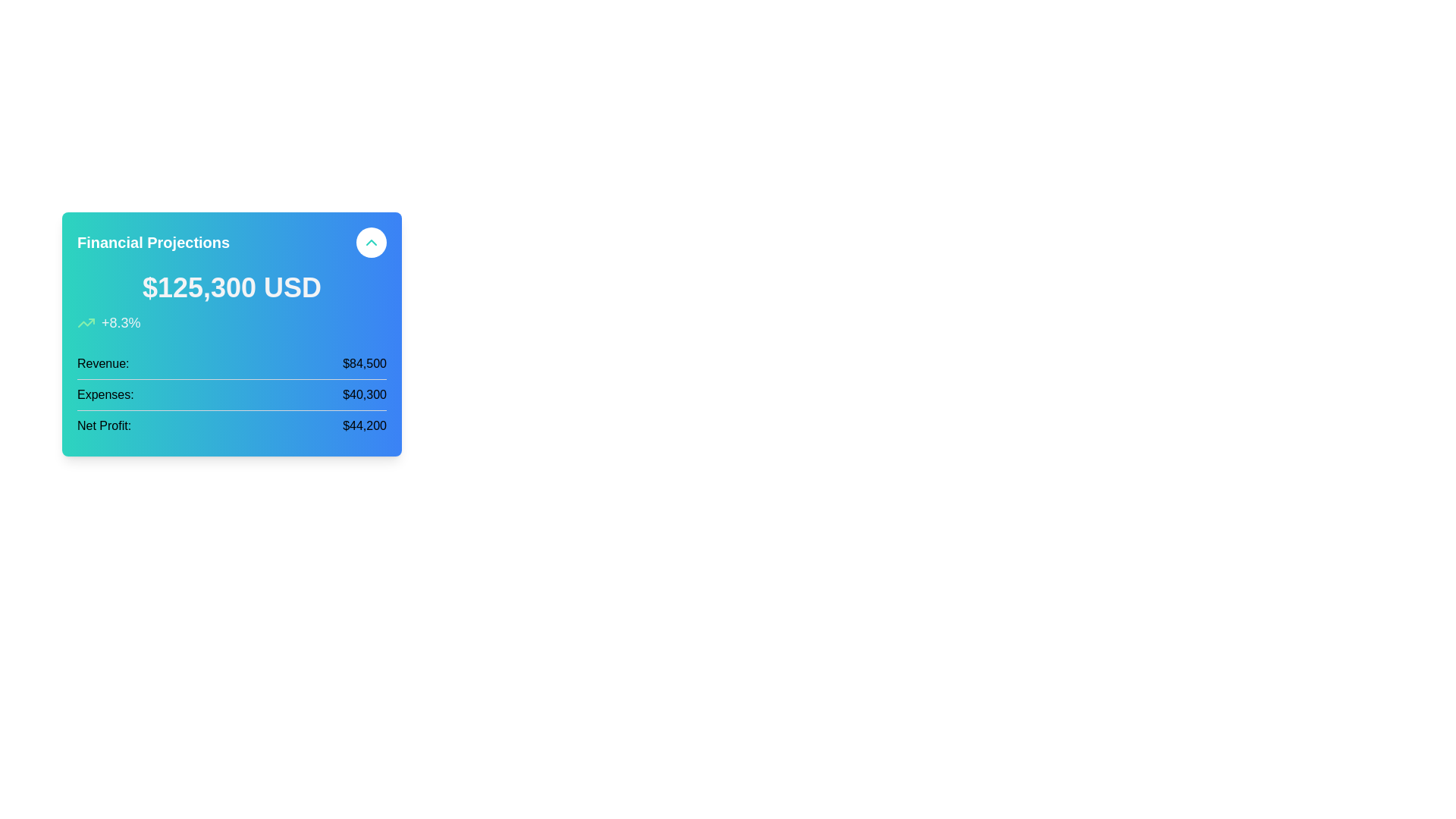  Describe the element at coordinates (231, 363) in the screenshot. I see `the revenue figure displayed in the first row of the vertical financial summary group, which is located at the top section of the listed items` at that location.